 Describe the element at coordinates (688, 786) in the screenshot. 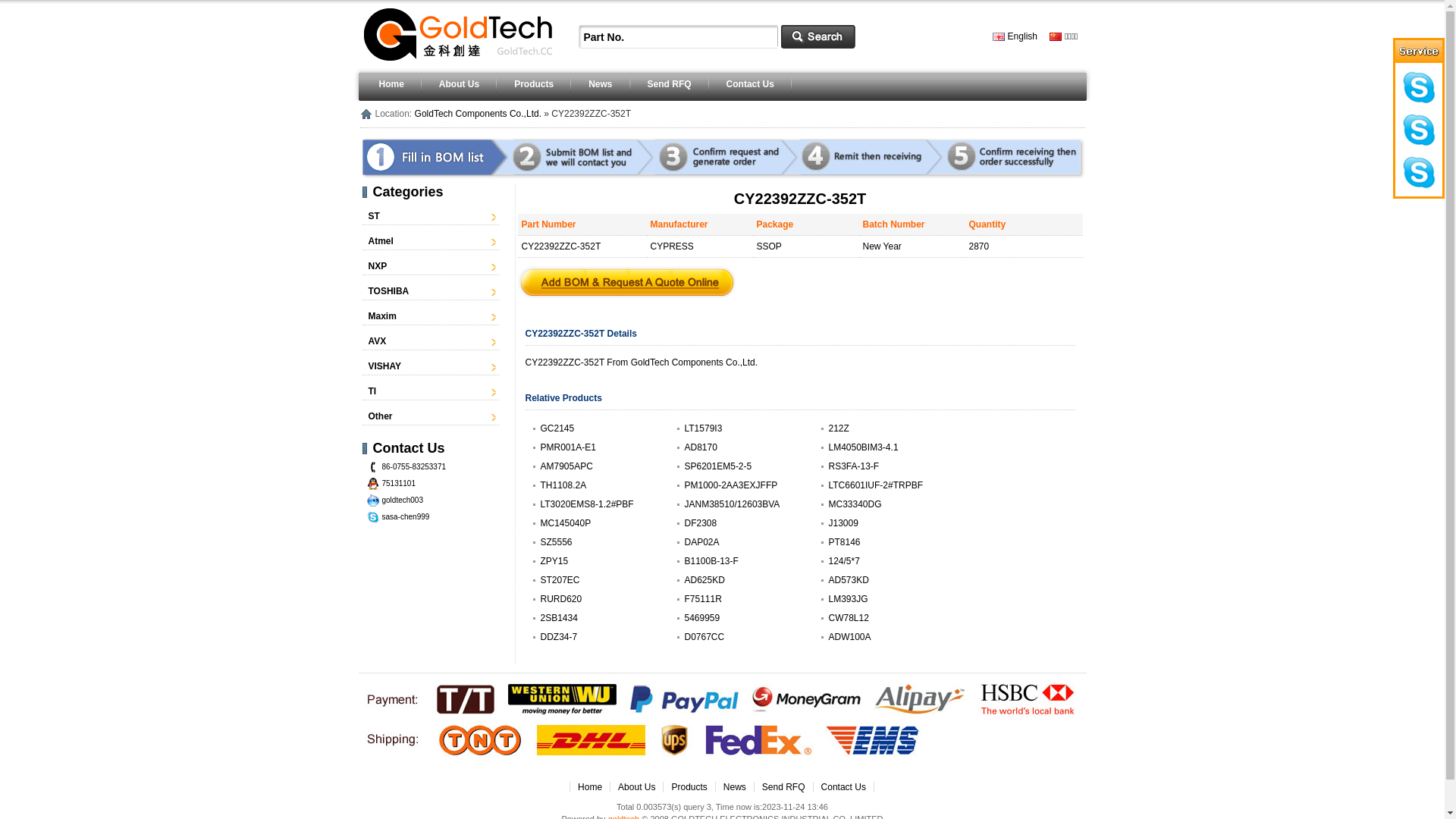

I see `'Products'` at that location.